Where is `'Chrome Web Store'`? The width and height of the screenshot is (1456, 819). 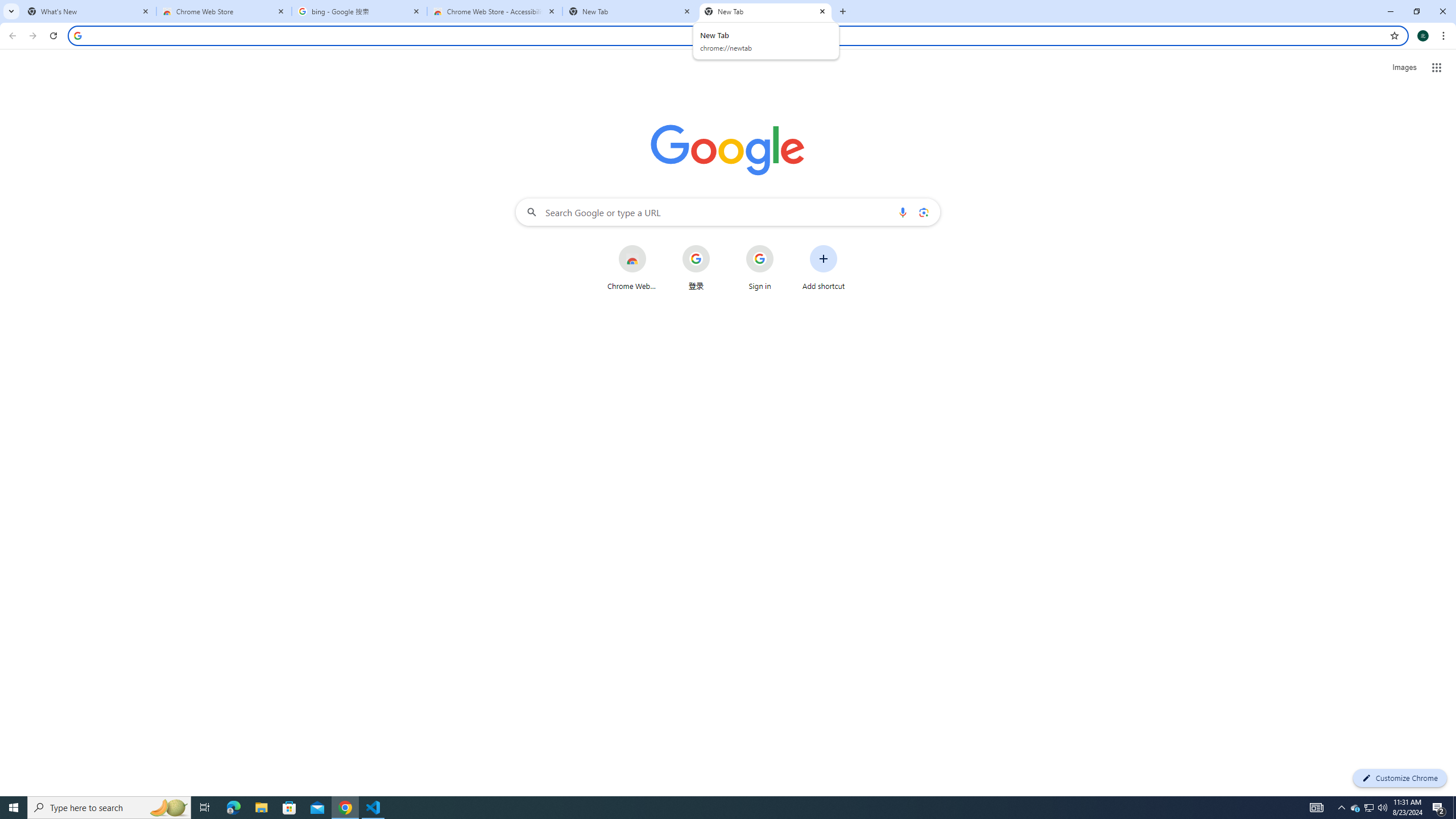 'Chrome Web Store' is located at coordinates (224, 11).